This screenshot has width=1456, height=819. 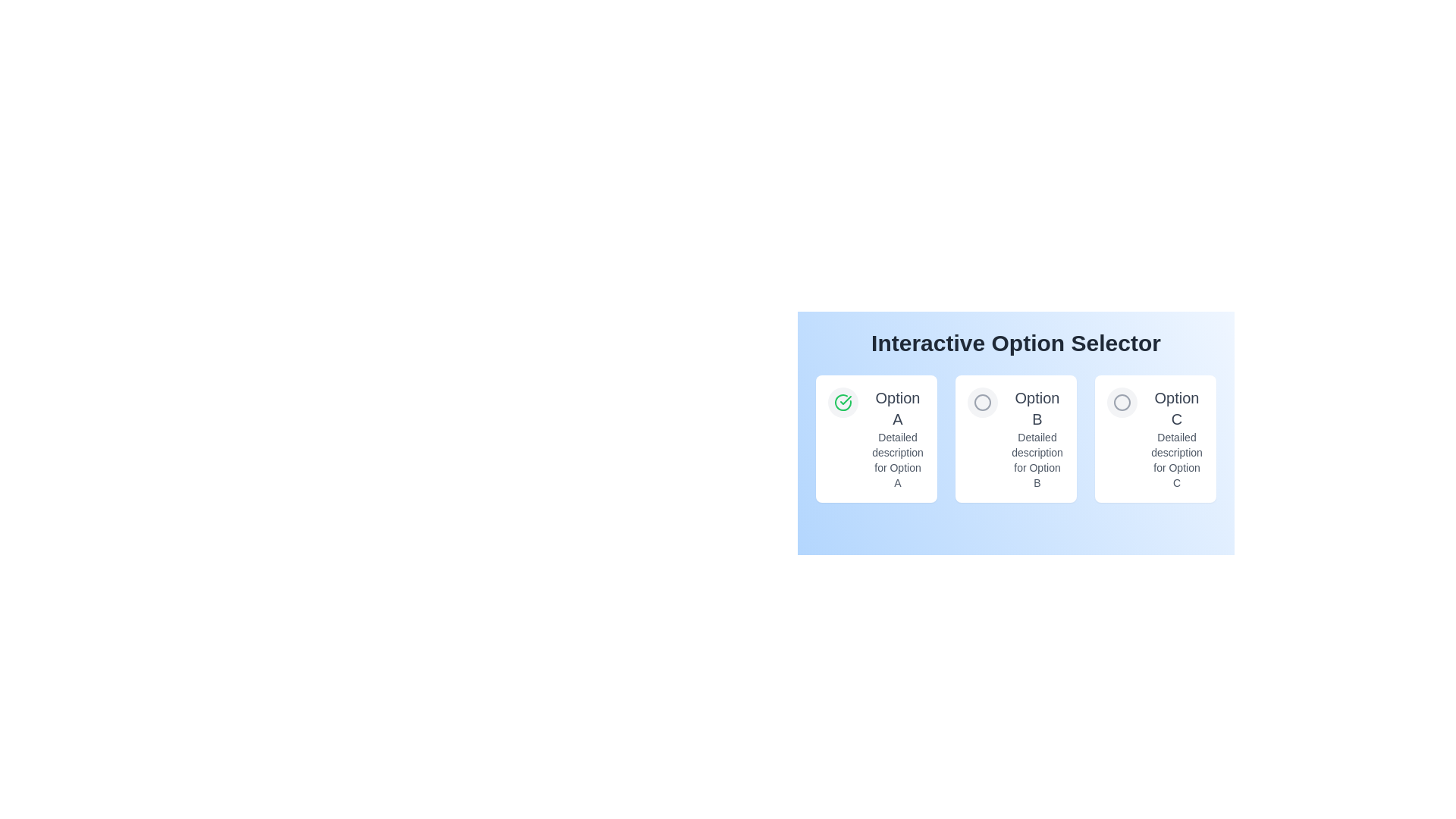 I want to click on the 'Option B' radio button in the interactive option selector to focus on it, so click(x=1015, y=424).